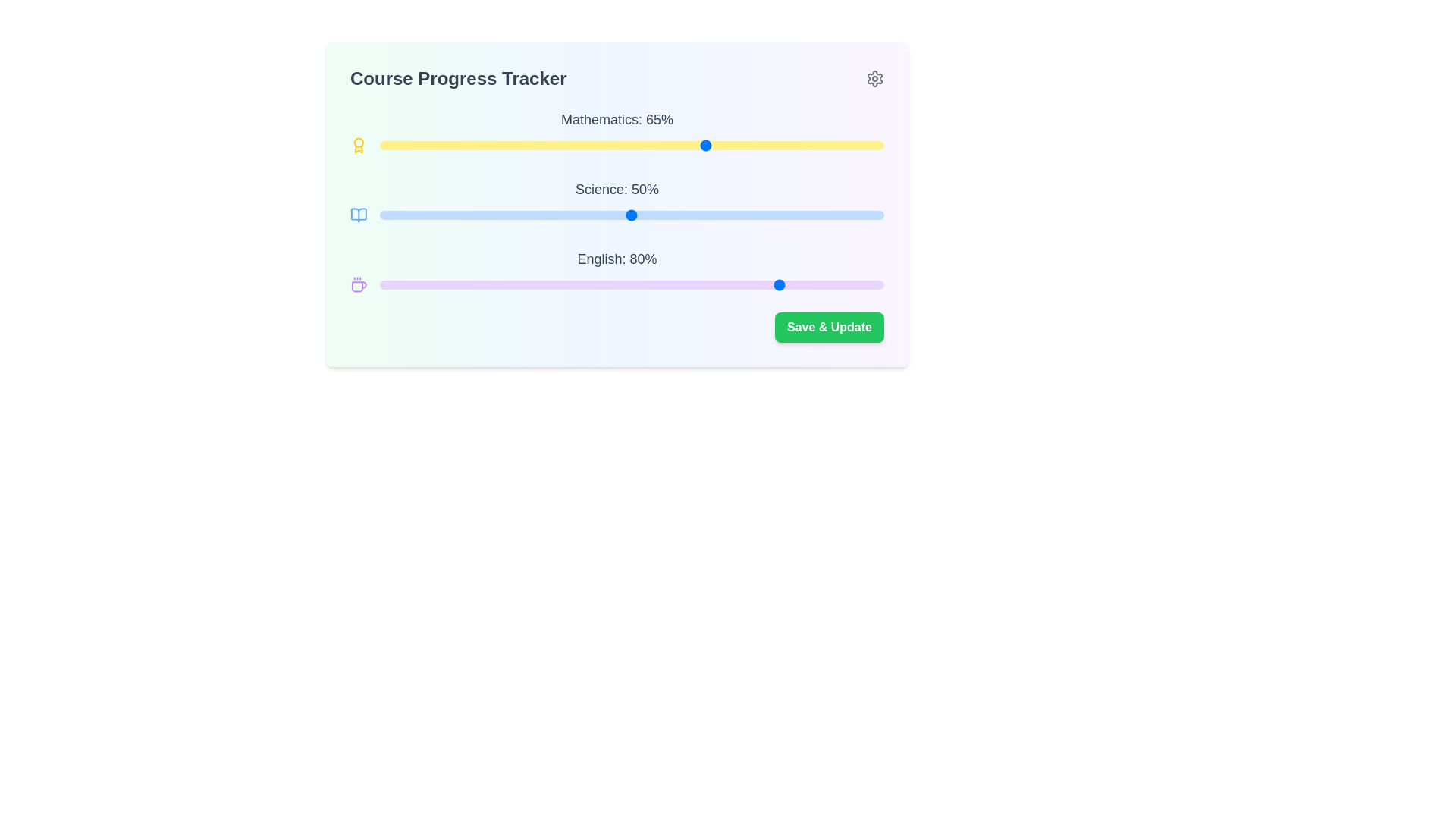 The width and height of the screenshot is (1456, 819). What do you see at coordinates (389, 284) in the screenshot?
I see `the English progress` at bounding box center [389, 284].